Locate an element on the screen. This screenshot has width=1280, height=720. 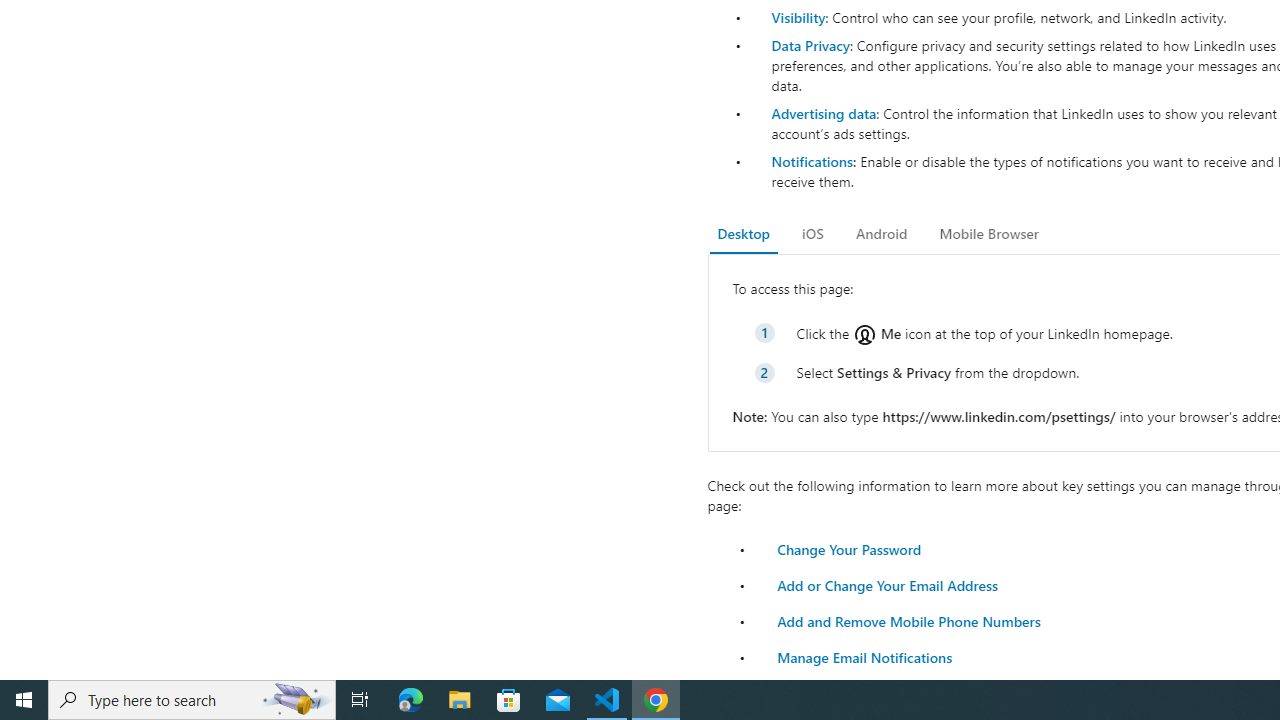
'Change Your Password' is located at coordinates (849, 549).